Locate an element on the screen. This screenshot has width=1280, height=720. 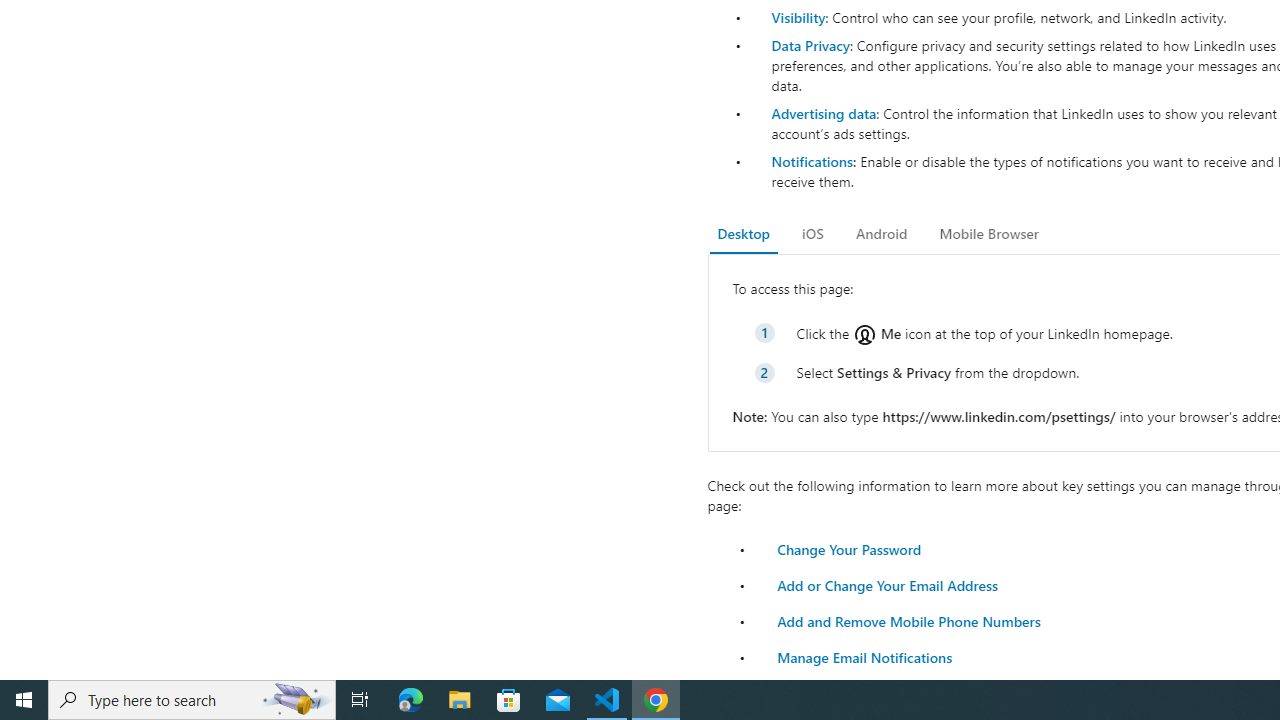
'Change Your Password' is located at coordinates (849, 549).